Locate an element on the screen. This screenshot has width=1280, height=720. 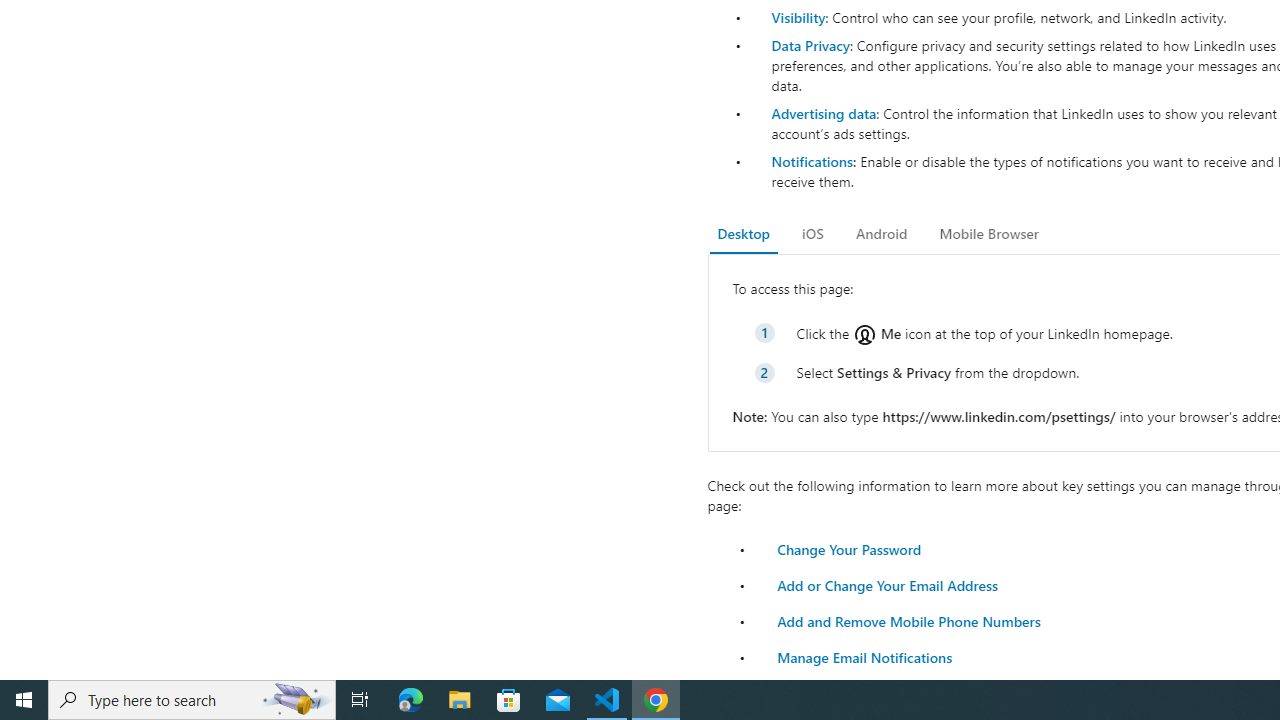
'Change Your Password' is located at coordinates (849, 549).